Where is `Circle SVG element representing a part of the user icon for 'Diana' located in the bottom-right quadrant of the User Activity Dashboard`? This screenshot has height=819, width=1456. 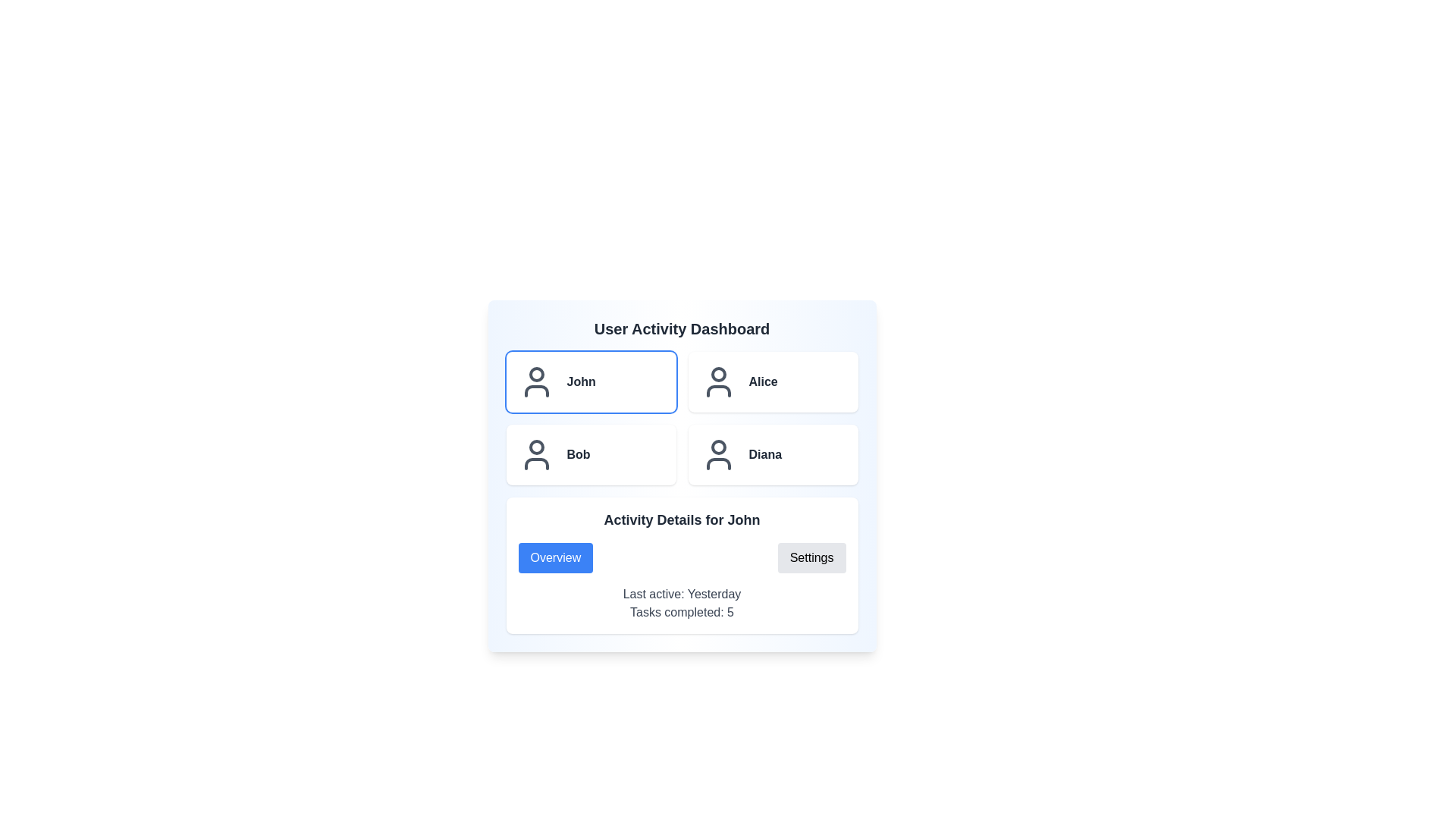
Circle SVG element representing a part of the user icon for 'Diana' located in the bottom-right quadrant of the User Activity Dashboard is located at coordinates (717, 447).